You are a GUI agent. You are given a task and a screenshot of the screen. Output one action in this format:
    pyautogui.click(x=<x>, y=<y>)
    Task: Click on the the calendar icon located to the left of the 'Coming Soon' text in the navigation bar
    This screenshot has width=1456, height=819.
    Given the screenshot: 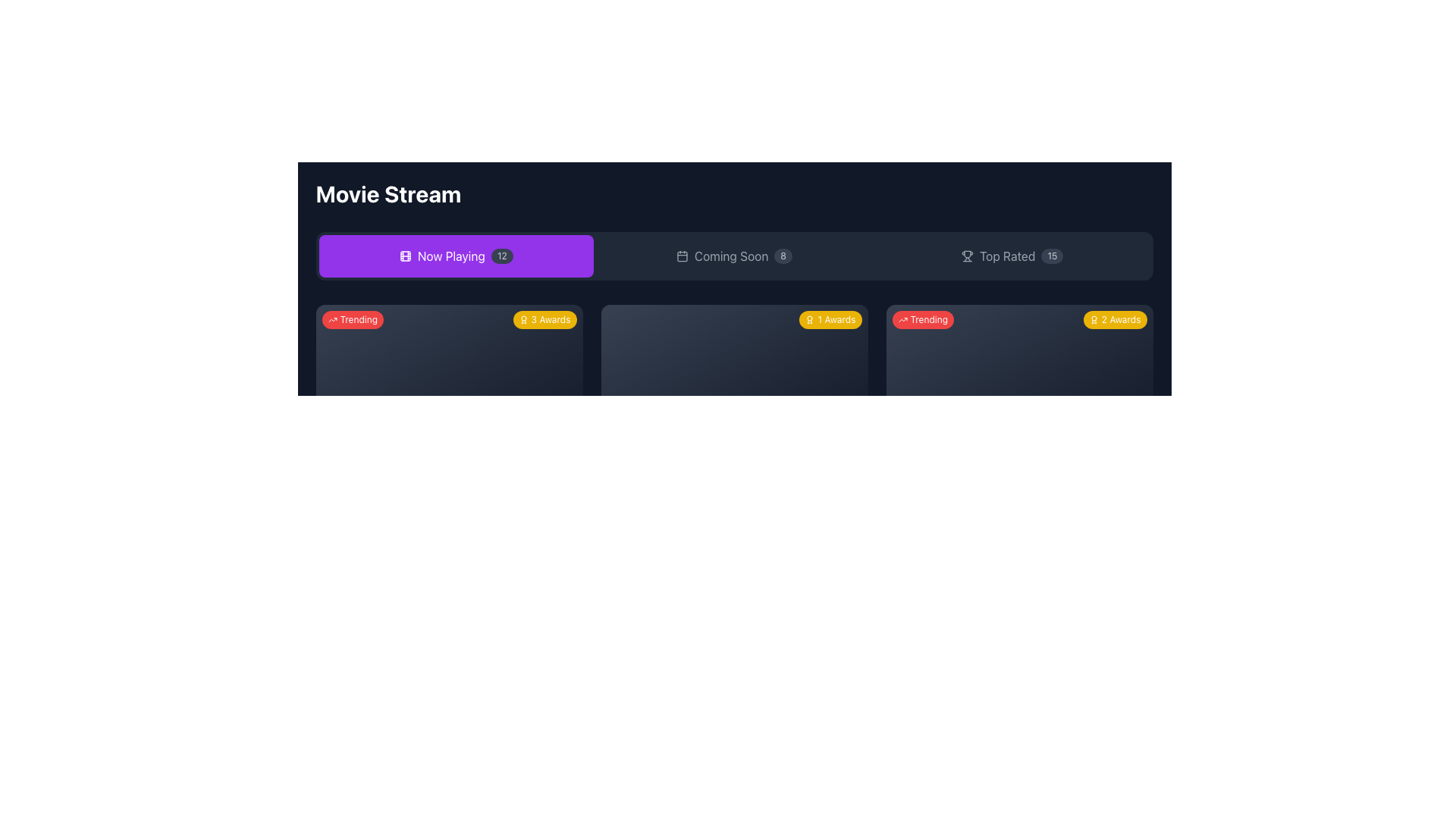 What is the action you would take?
    pyautogui.click(x=681, y=256)
    